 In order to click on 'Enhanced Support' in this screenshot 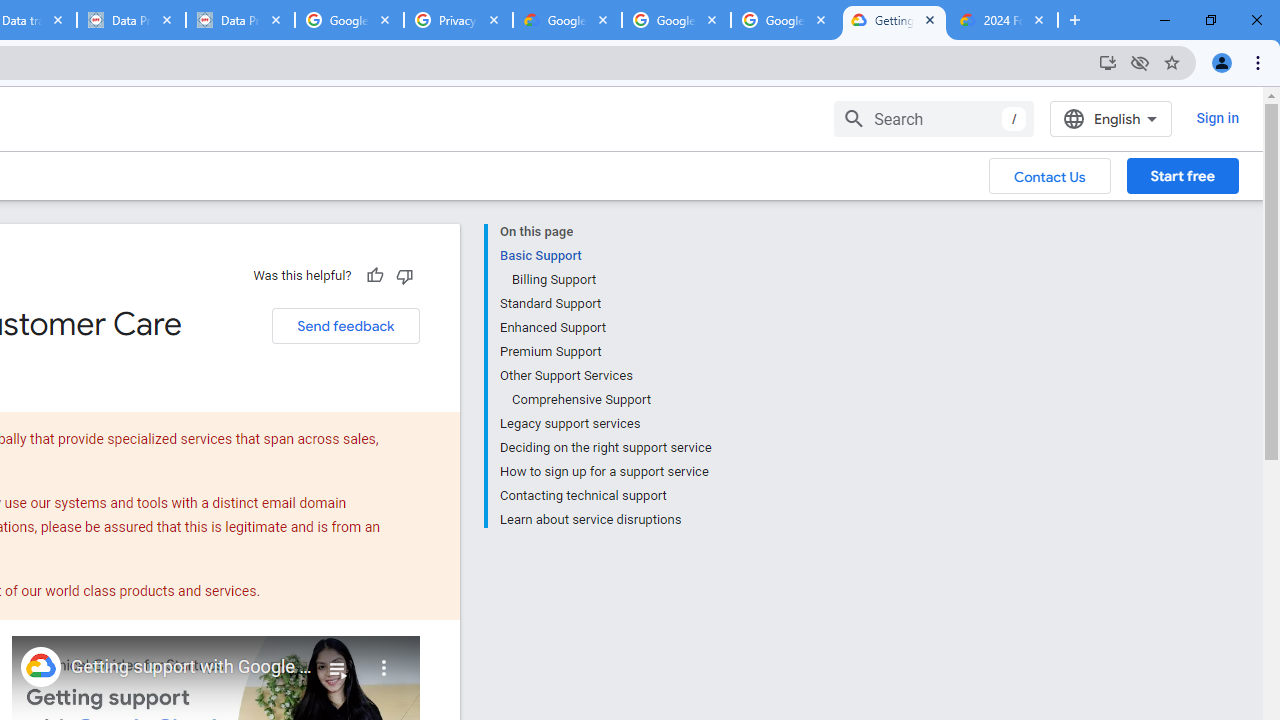, I will do `click(604, 326)`.